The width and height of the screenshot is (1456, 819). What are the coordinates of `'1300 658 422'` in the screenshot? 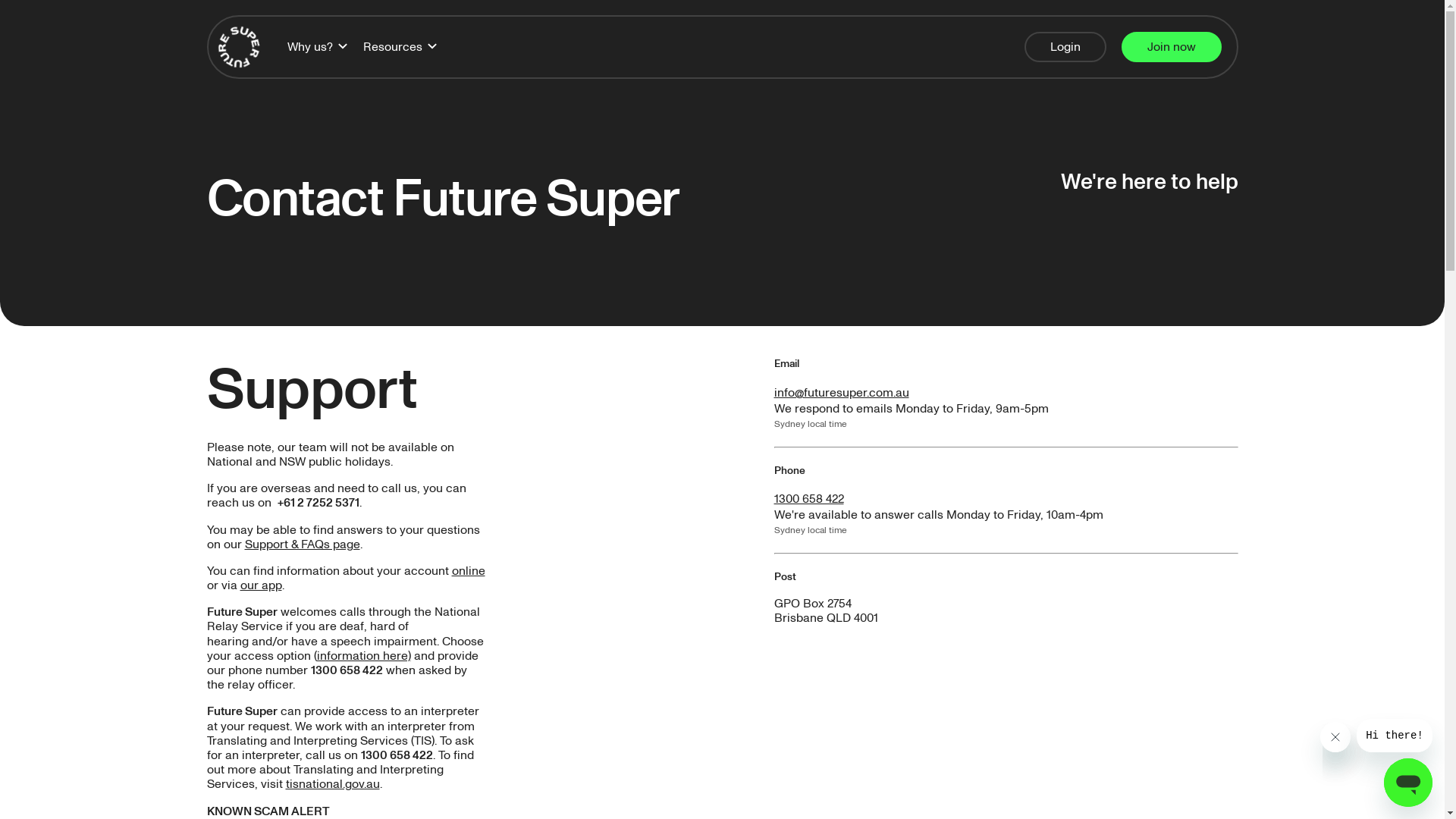 It's located at (807, 499).